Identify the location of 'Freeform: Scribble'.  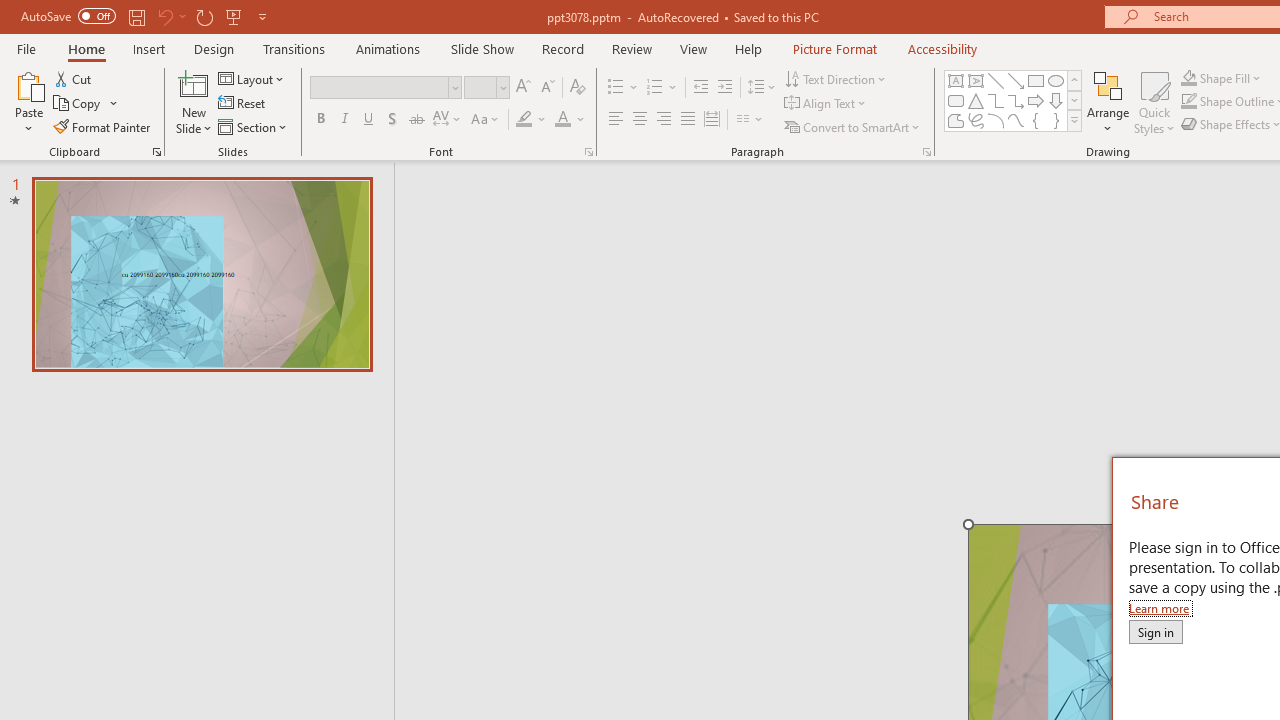
(976, 120).